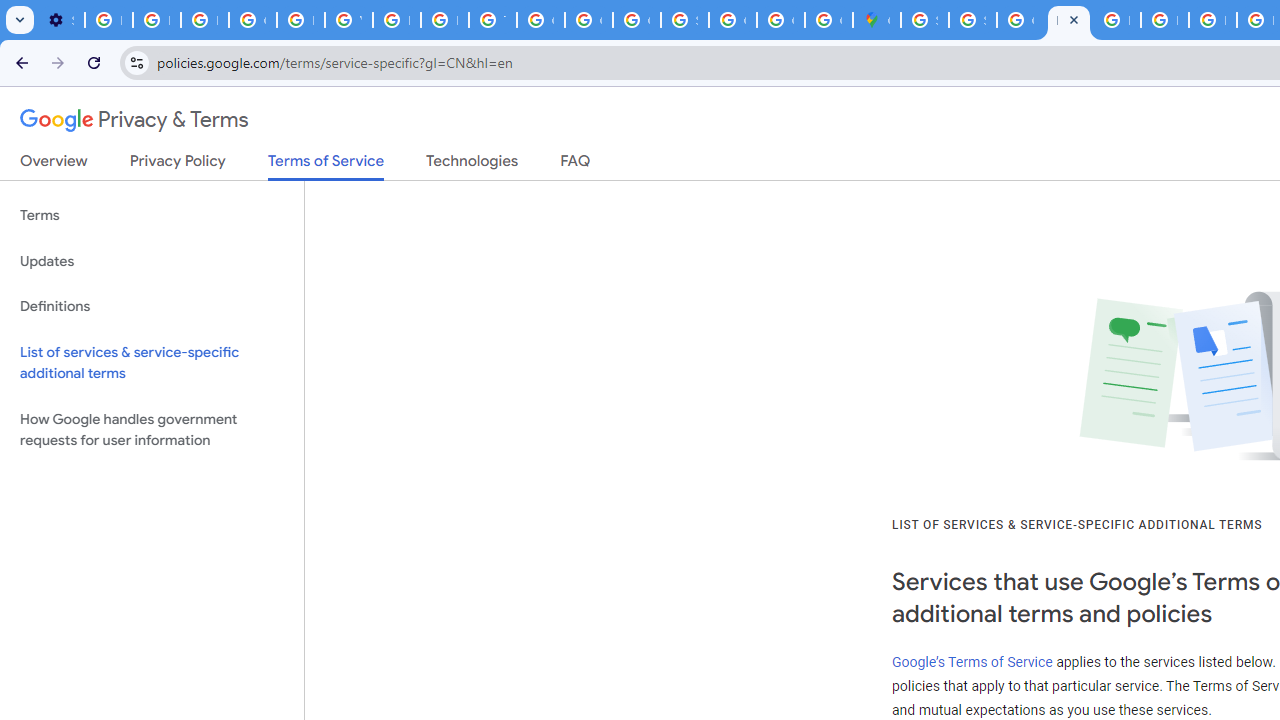  What do you see at coordinates (1164, 20) in the screenshot?
I see `'Privacy Help Center - Policies Help'` at bounding box center [1164, 20].